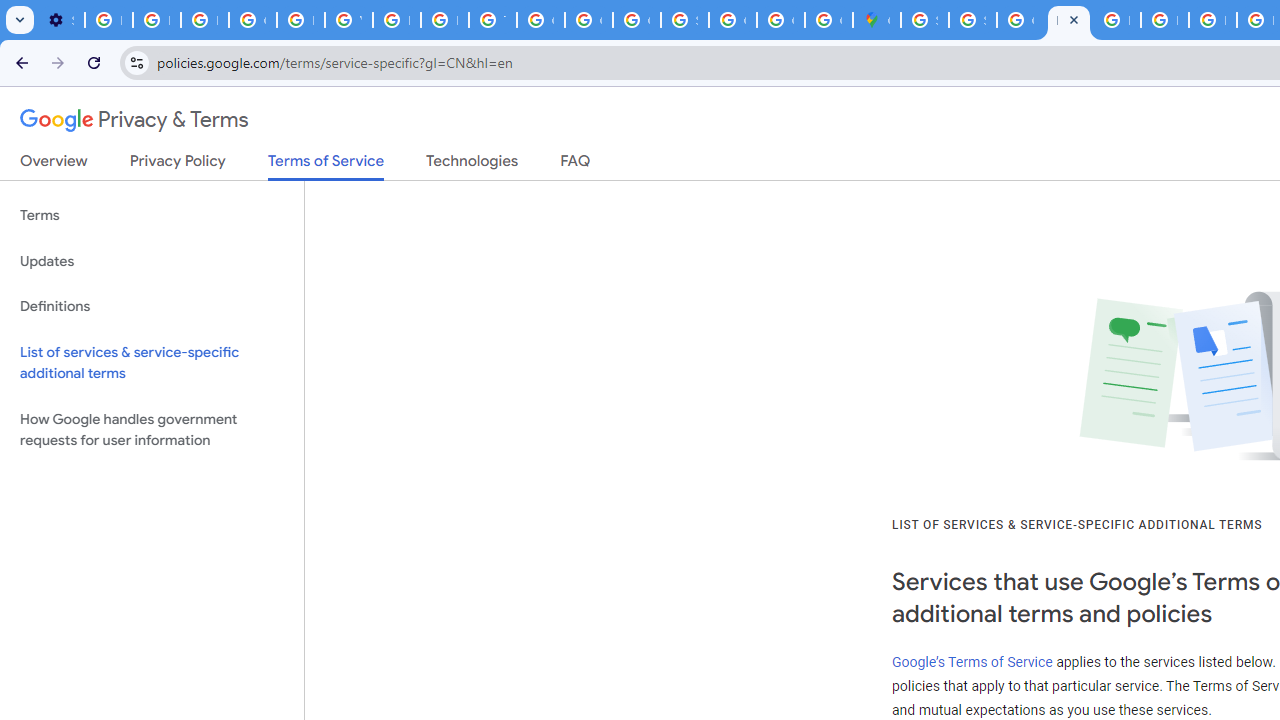  What do you see at coordinates (1164, 20) in the screenshot?
I see `'Privacy Help Center - Policies Help'` at bounding box center [1164, 20].